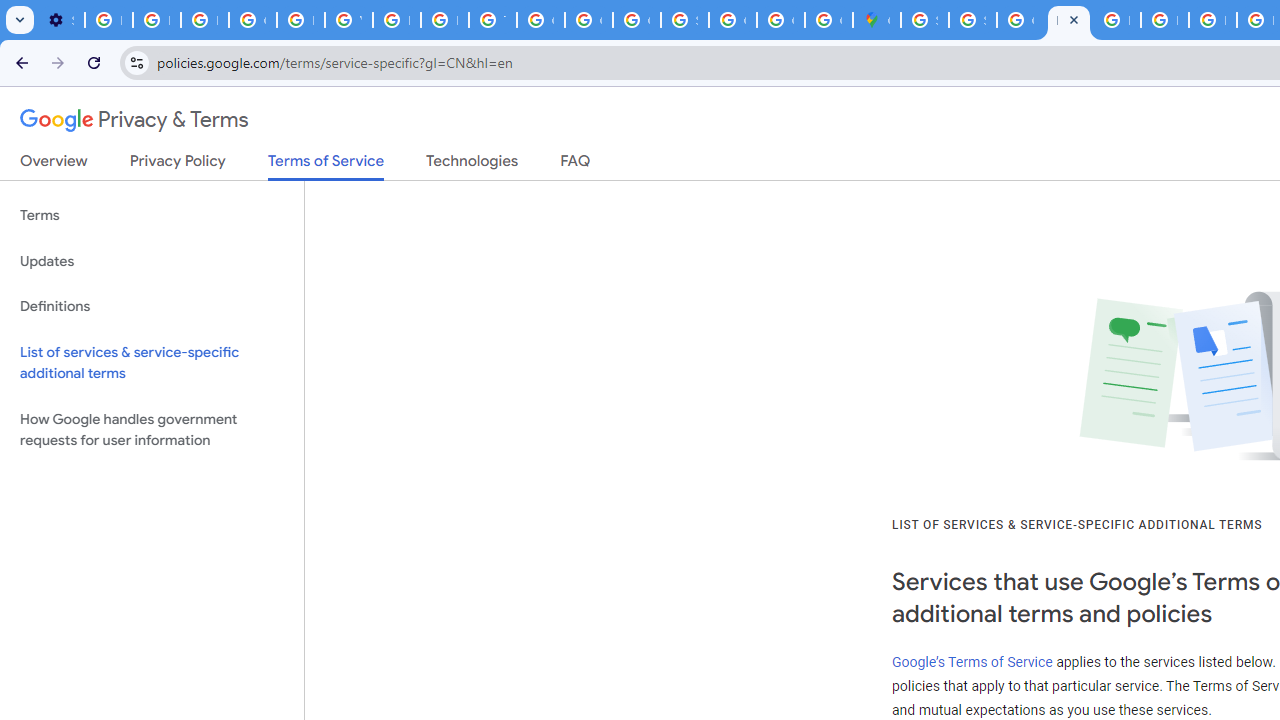  What do you see at coordinates (1164, 20) in the screenshot?
I see `'Privacy Help Center - Policies Help'` at bounding box center [1164, 20].